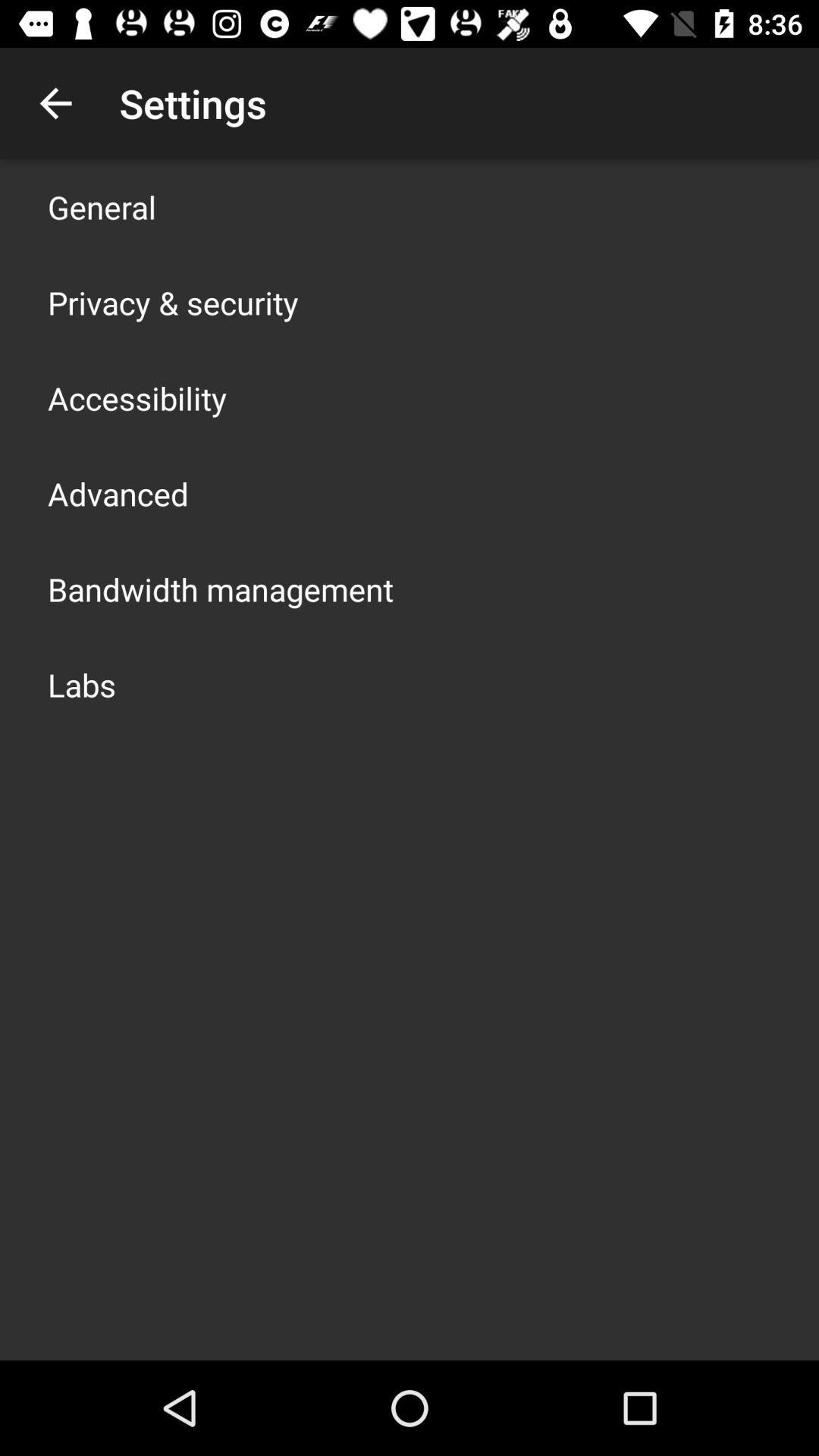 The width and height of the screenshot is (819, 1456). Describe the element at coordinates (220, 588) in the screenshot. I see `app below advanced` at that location.